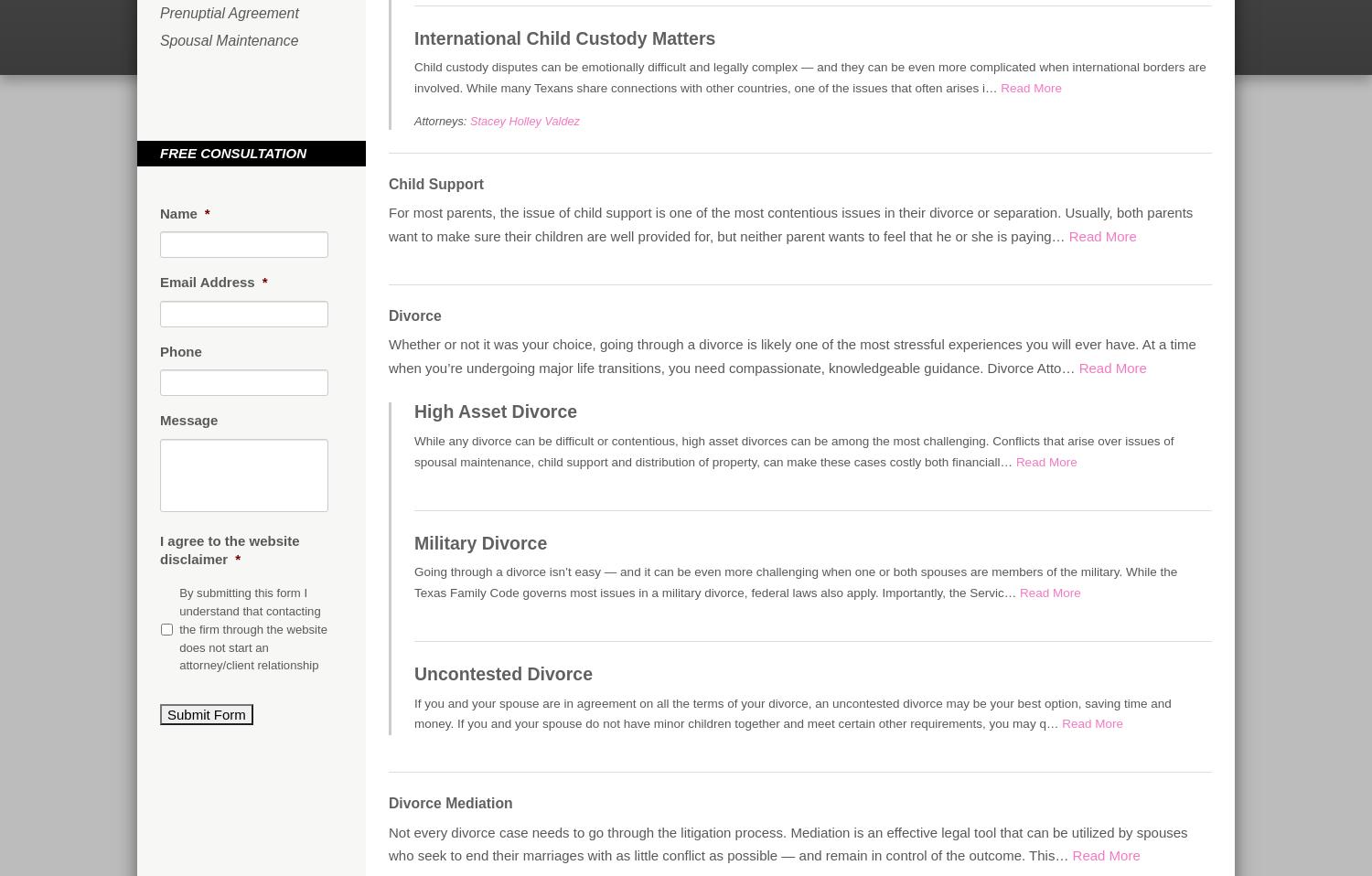  I want to click on 'Prenuptial Agreement', so click(229, 12).